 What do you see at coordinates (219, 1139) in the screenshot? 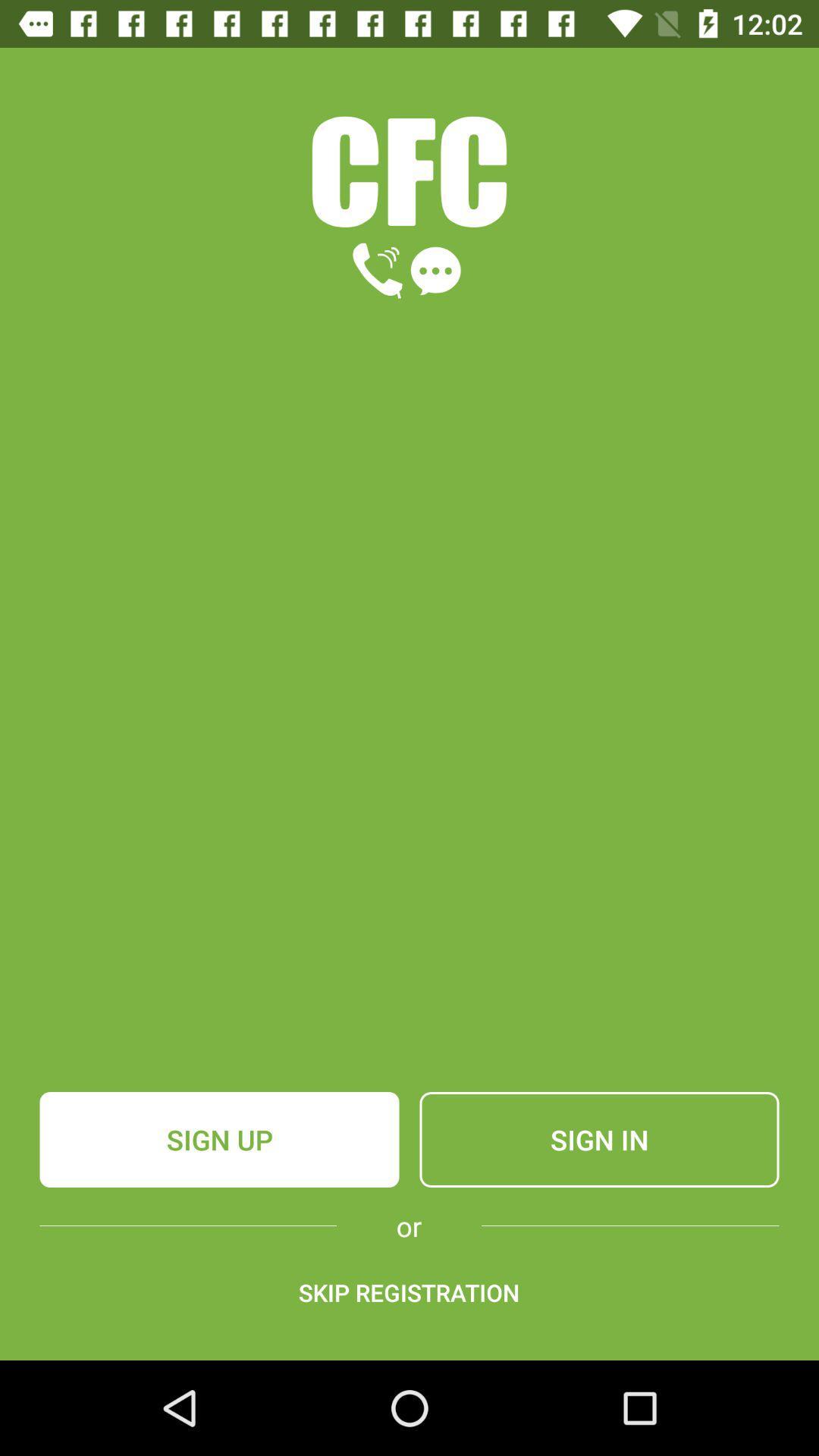
I see `the item next to sign in item` at bounding box center [219, 1139].